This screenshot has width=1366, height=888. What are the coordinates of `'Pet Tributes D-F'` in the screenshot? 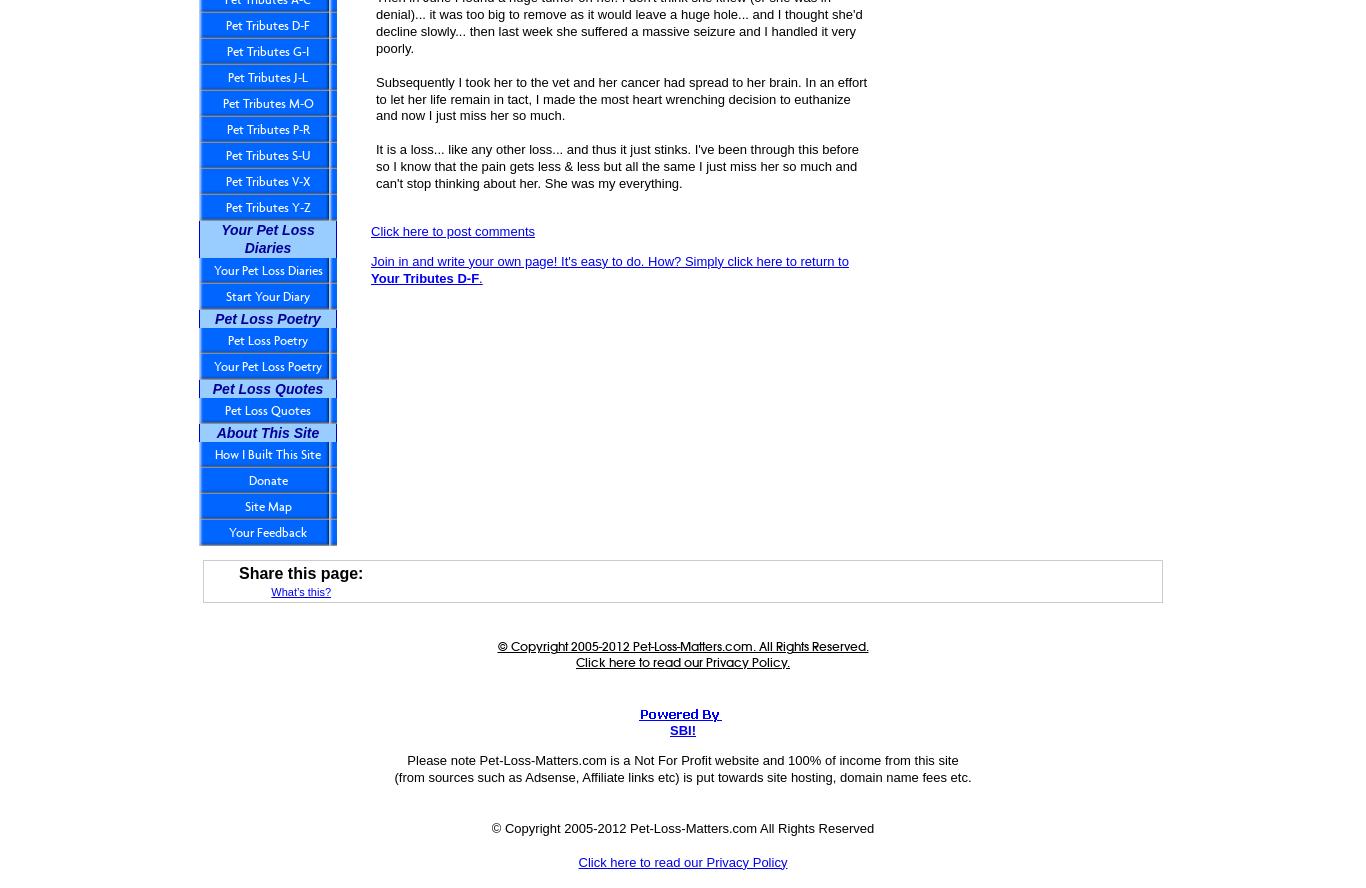 It's located at (268, 25).